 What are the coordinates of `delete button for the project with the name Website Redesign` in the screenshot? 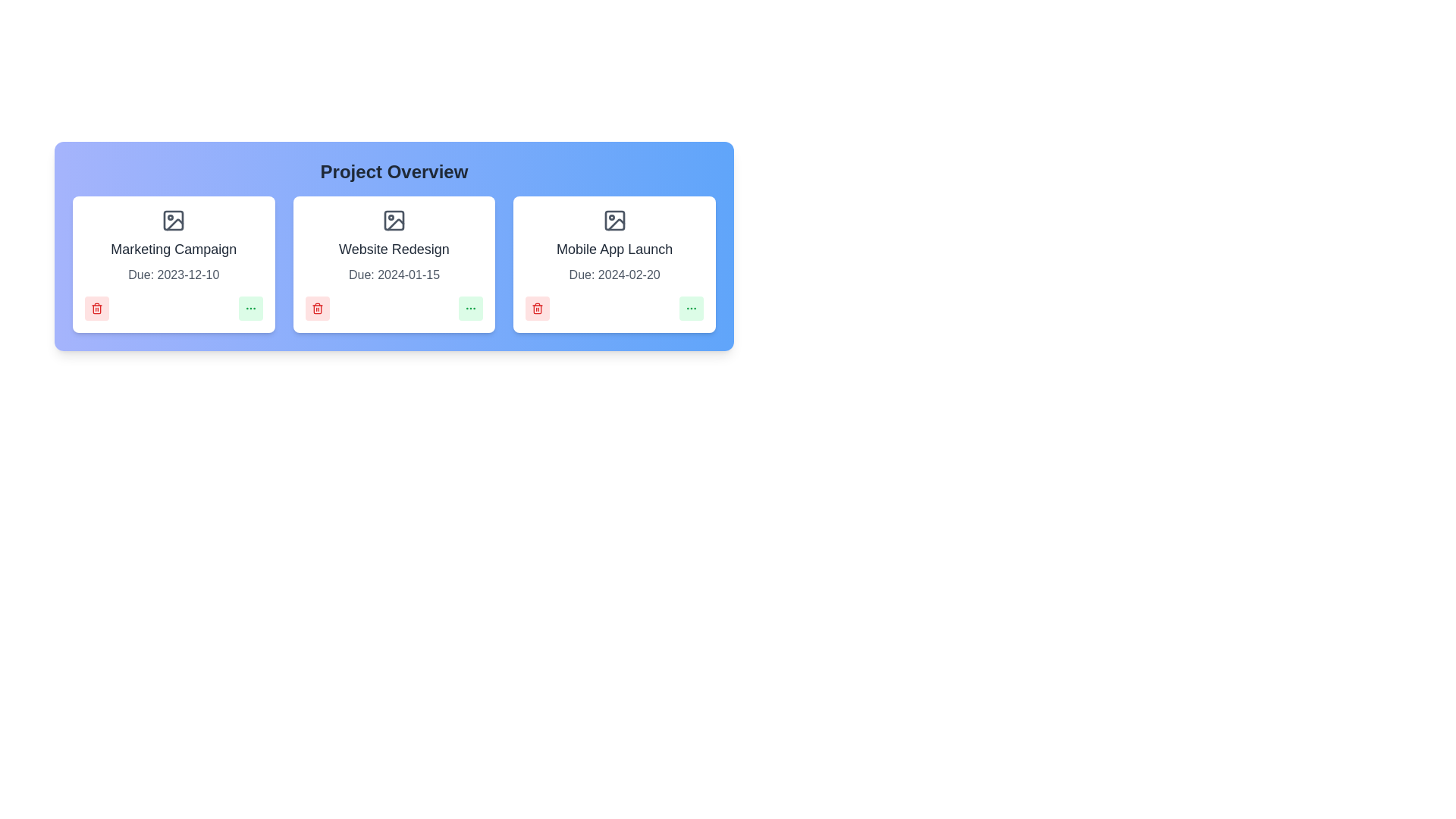 It's located at (315, 308).